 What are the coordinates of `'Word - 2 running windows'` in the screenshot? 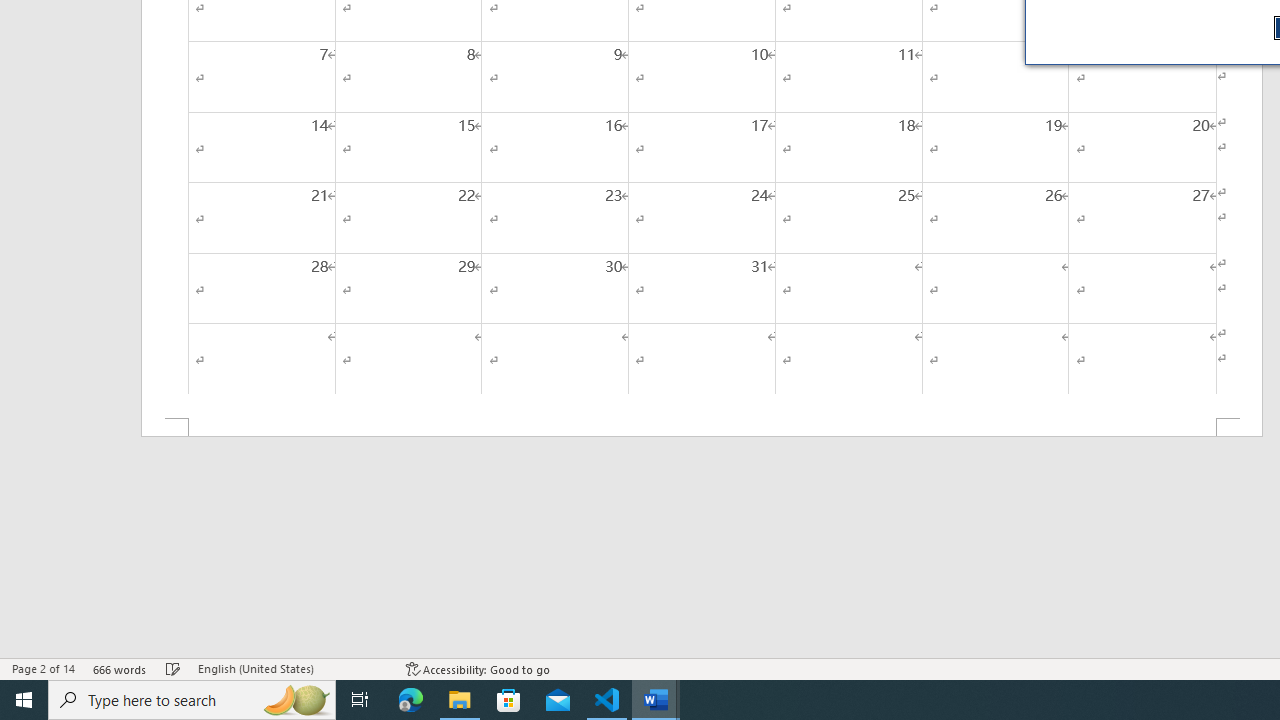 It's located at (656, 698).